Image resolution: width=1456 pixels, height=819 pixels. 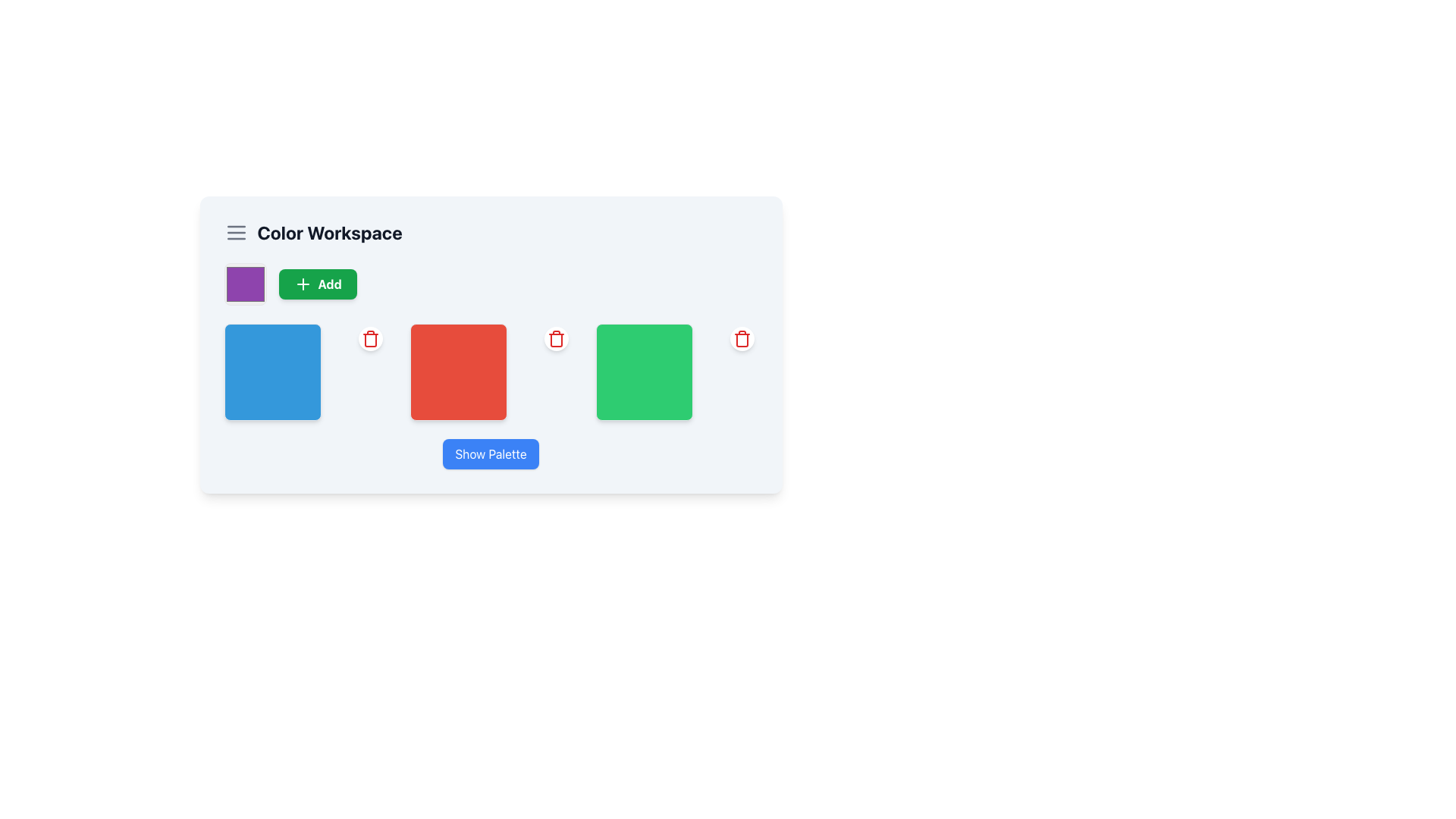 I want to click on the Icon button located at the top-left corner of the interface, to the left of the 'Color Workspace' text, so click(x=235, y=233).